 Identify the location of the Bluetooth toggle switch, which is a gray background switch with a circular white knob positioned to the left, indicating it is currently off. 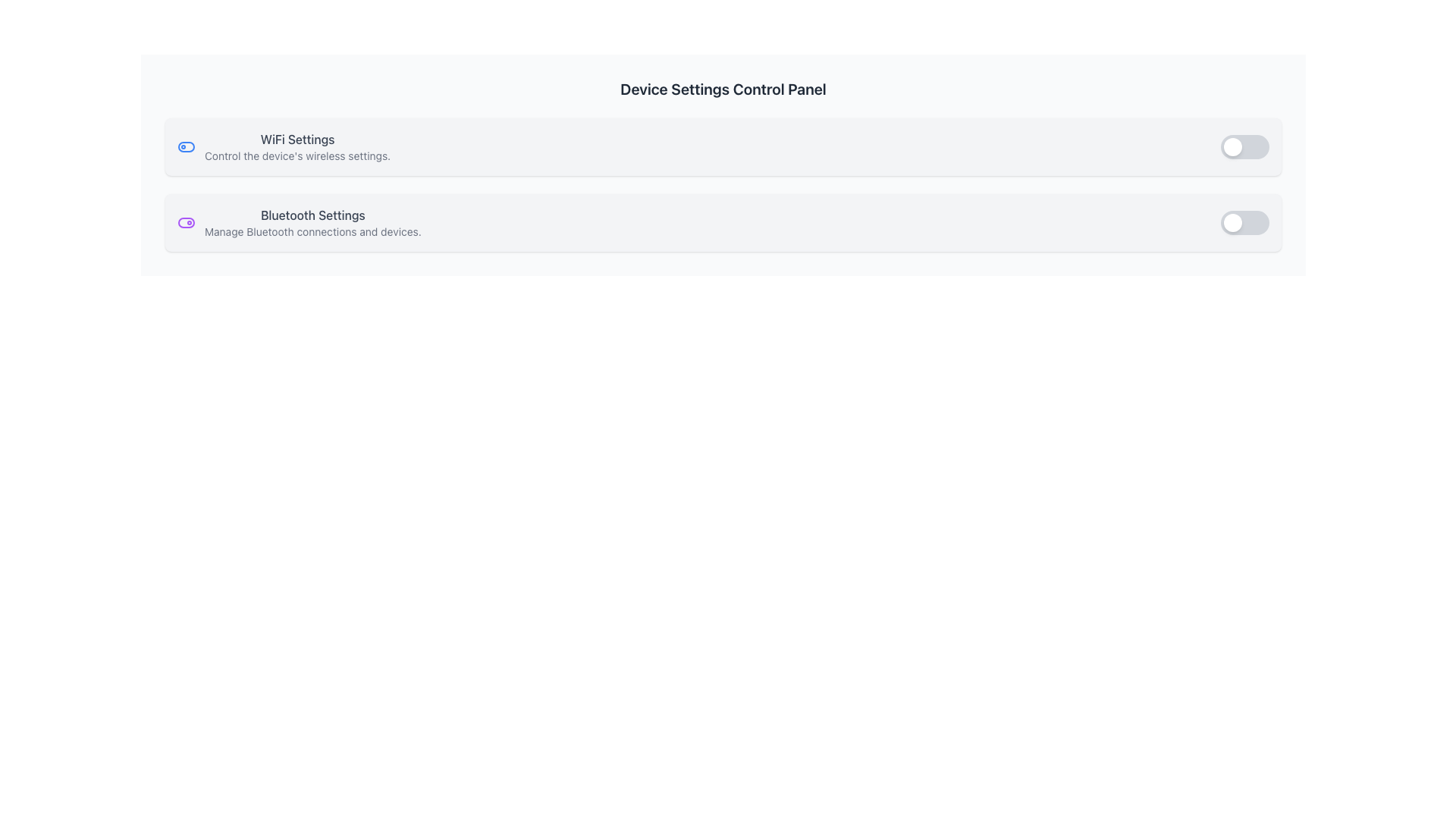
(1244, 222).